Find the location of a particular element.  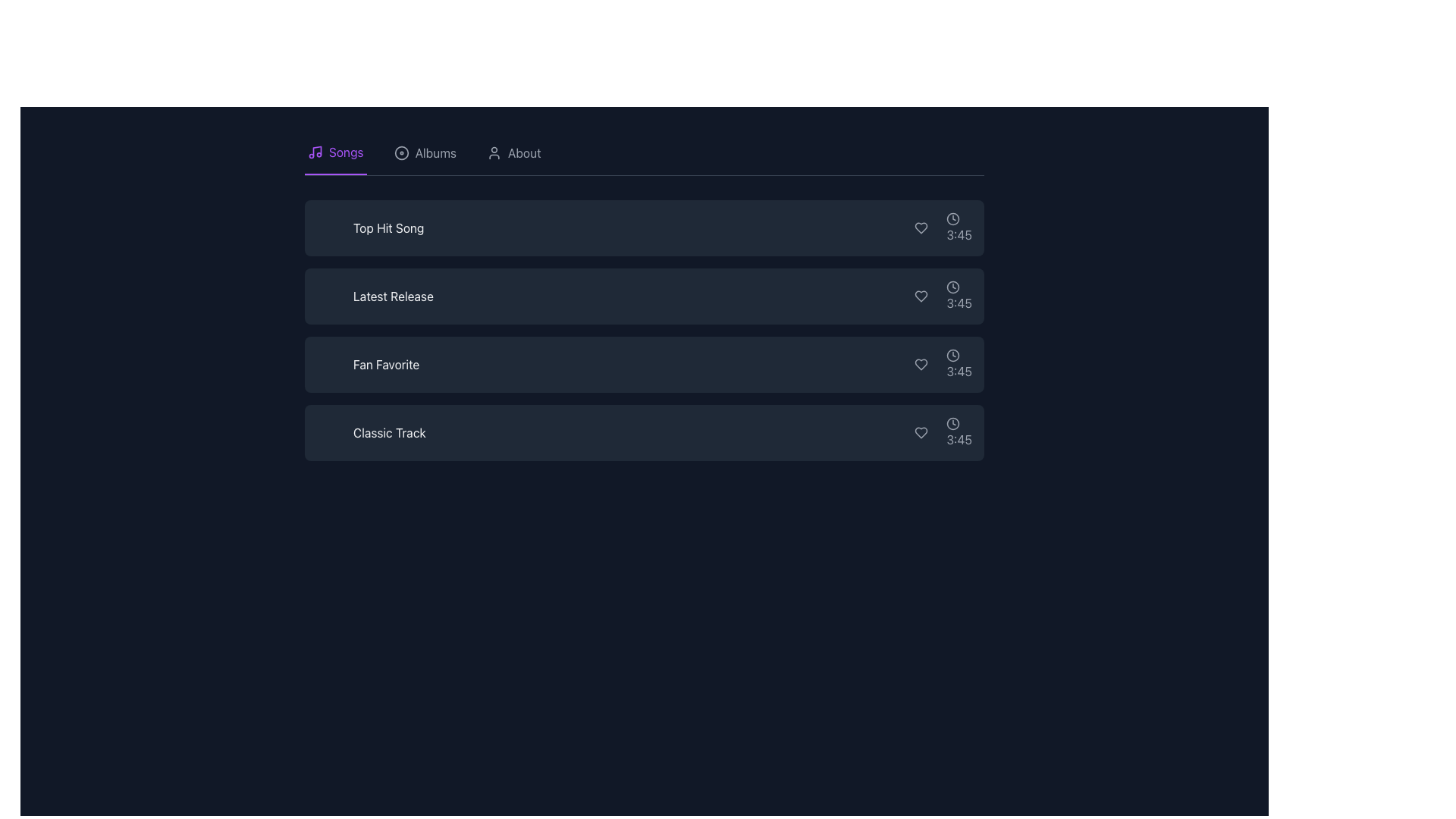

the heart-shaped icon button with a hollow outline, located to the left of the '3:45' timestamp, to interact with it via keyboard is located at coordinates (921, 432).